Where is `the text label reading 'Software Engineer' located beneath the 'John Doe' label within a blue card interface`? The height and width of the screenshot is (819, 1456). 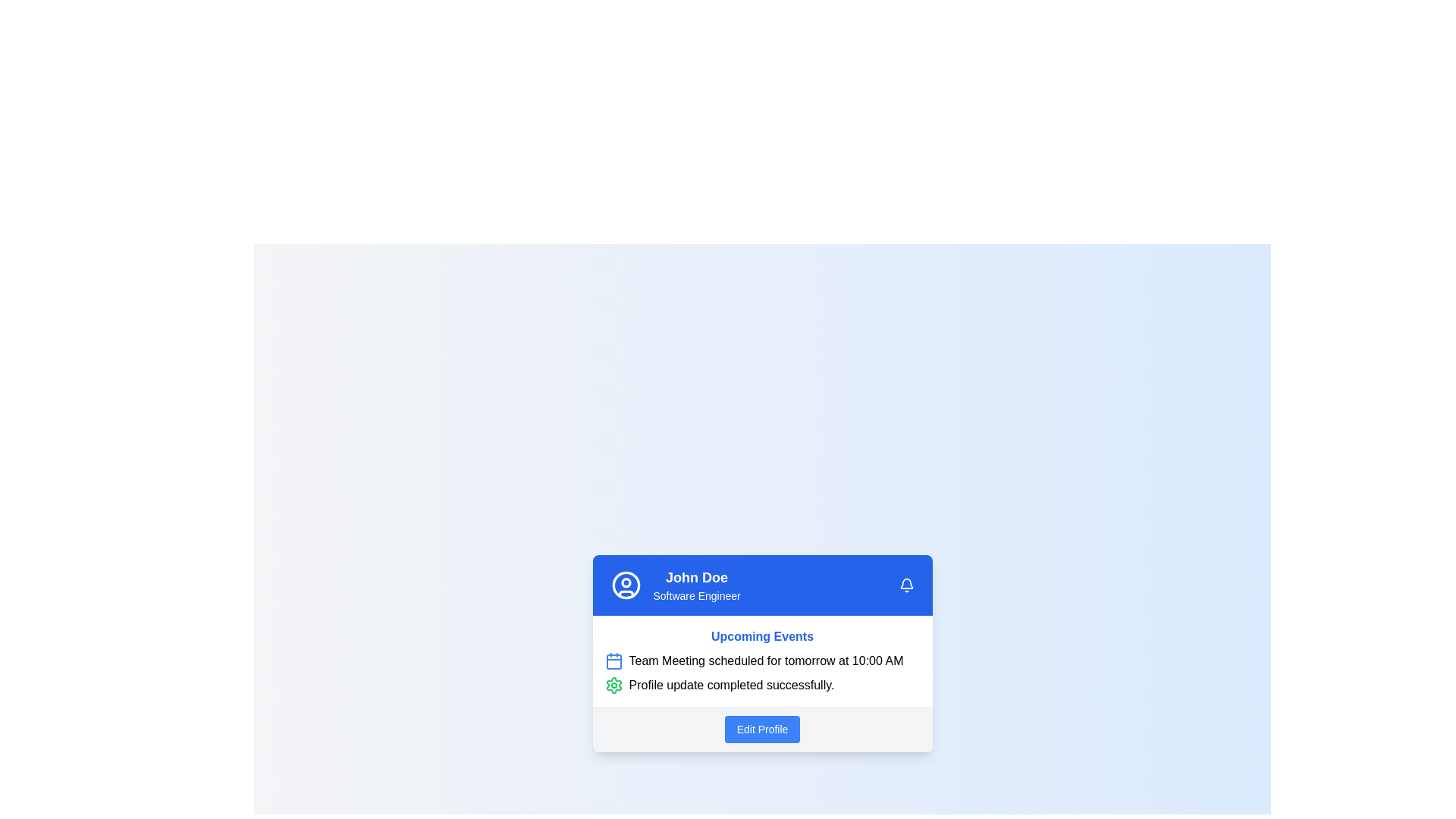
the text label reading 'Software Engineer' located beneath the 'John Doe' label within a blue card interface is located at coordinates (696, 595).